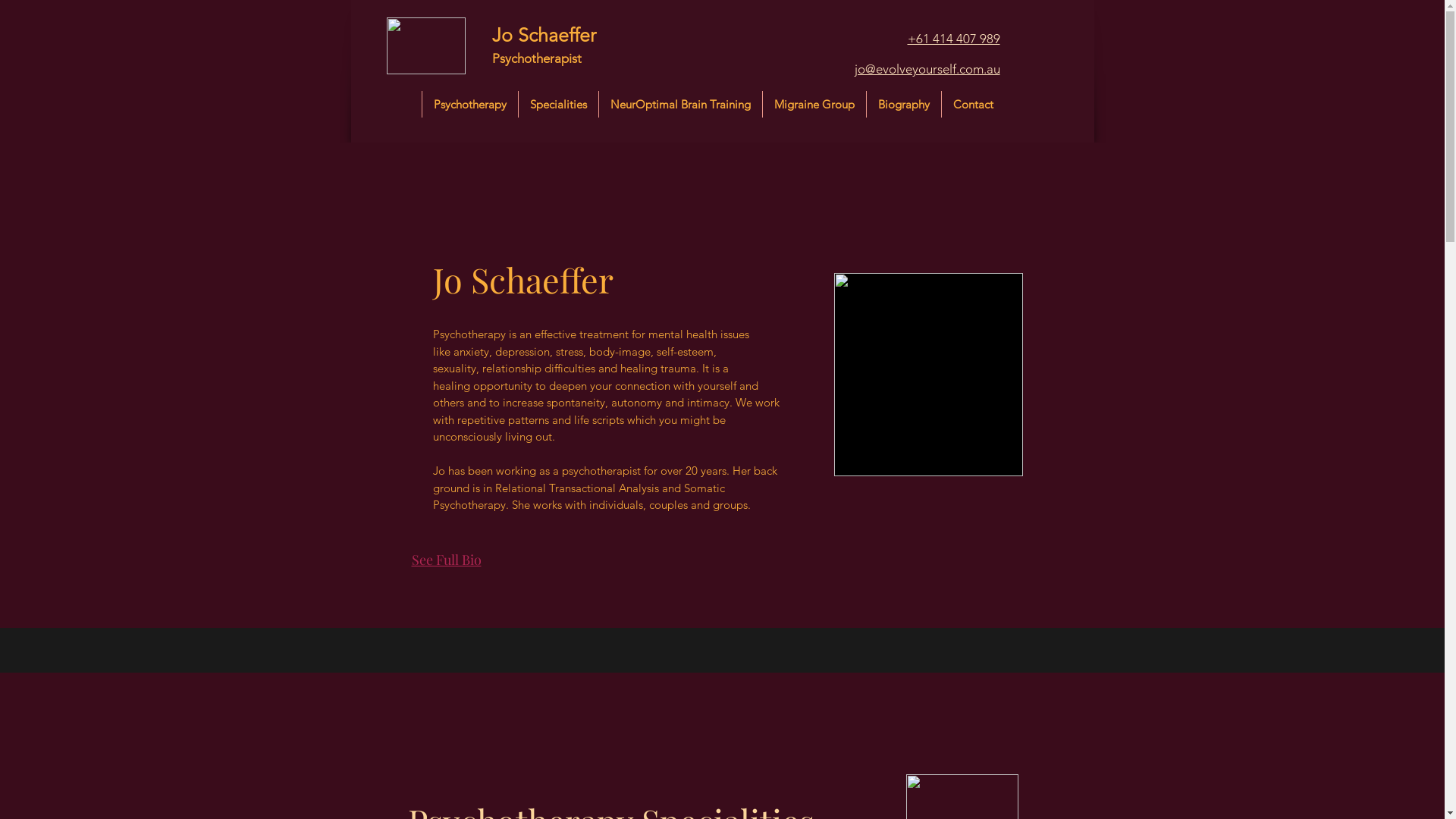 The width and height of the screenshot is (1456, 819). What do you see at coordinates (557, 103) in the screenshot?
I see `'Specialities'` at bounding box center [557, 103].